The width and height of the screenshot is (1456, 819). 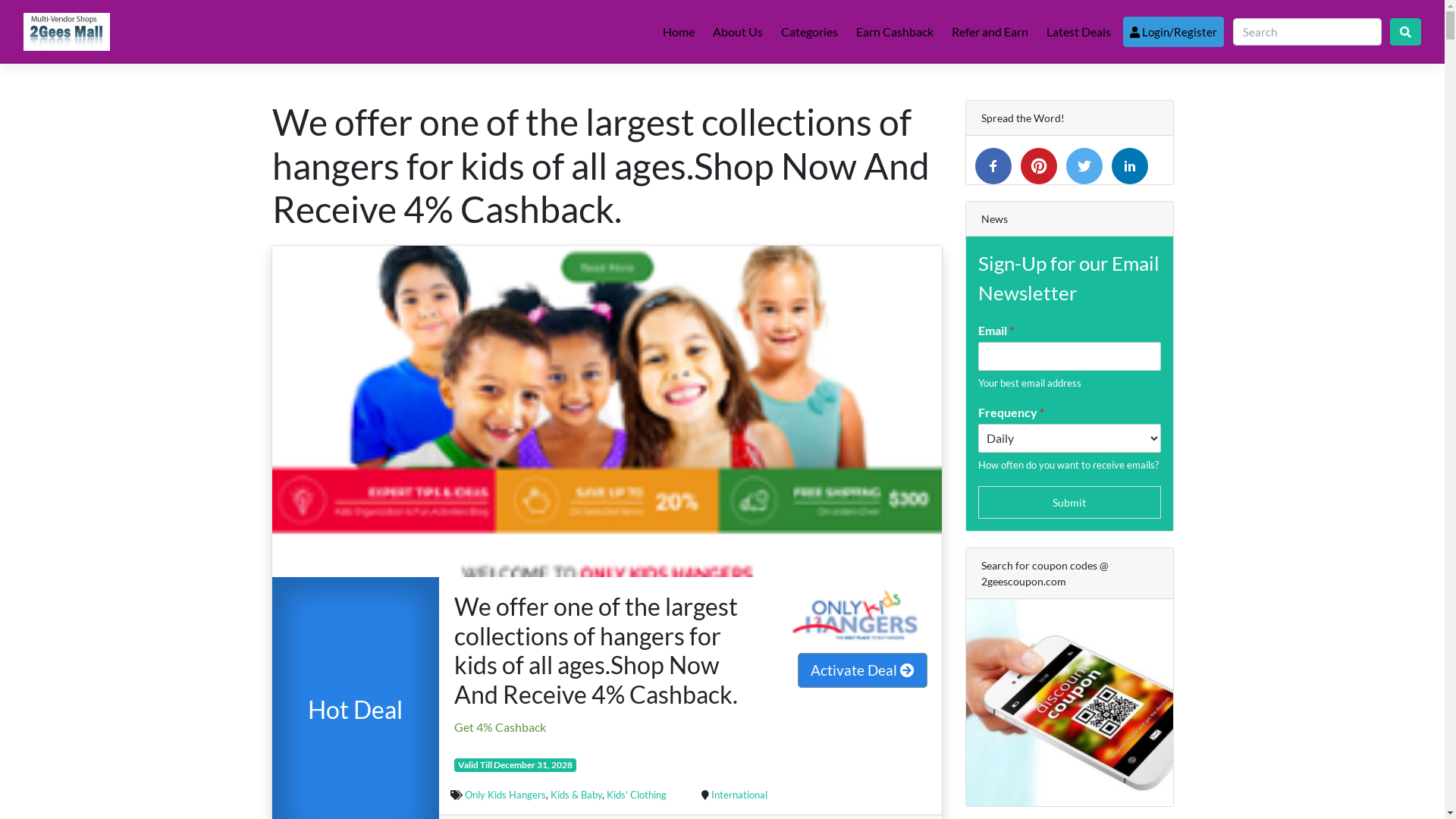 What do you see at coordinates (739, 794) in the screenshot?
I see `'International'` at bounding box center [739, 794].